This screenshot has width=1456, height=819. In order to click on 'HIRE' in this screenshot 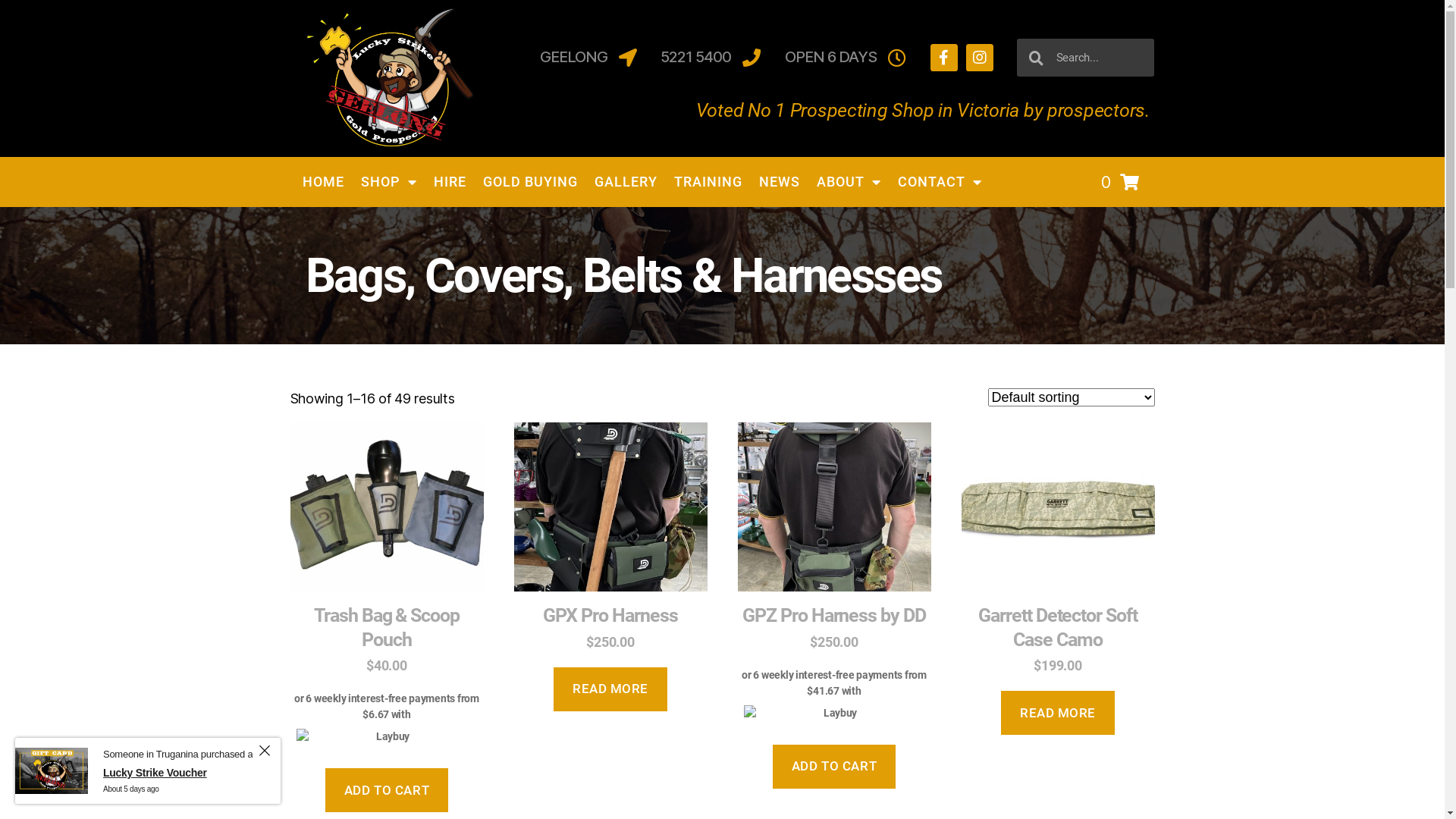, I will do `click(448, 180)`.